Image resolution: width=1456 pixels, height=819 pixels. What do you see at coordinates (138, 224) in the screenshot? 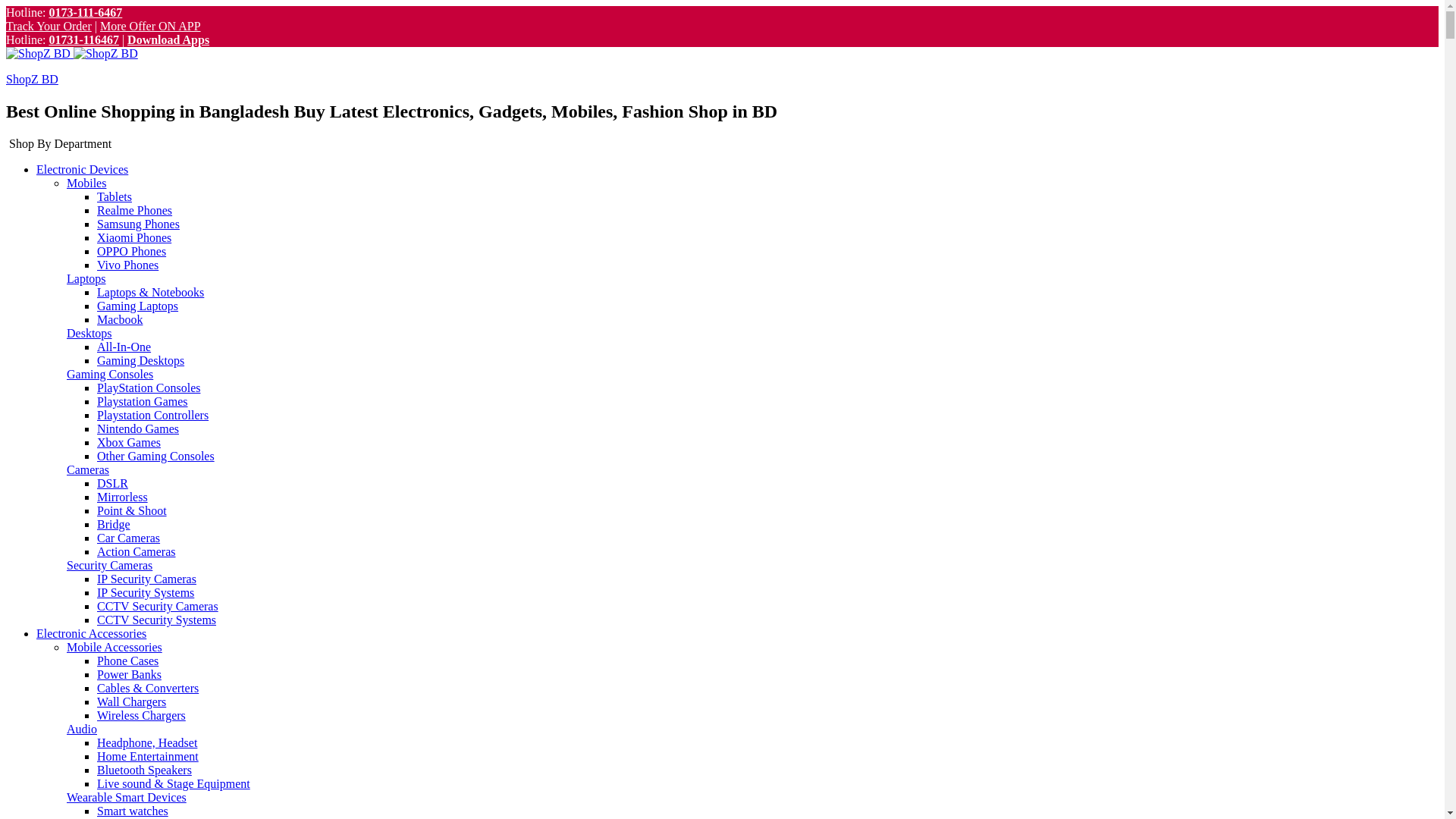
I see `'Samsung Phones'` at bounding box center [138, 224].